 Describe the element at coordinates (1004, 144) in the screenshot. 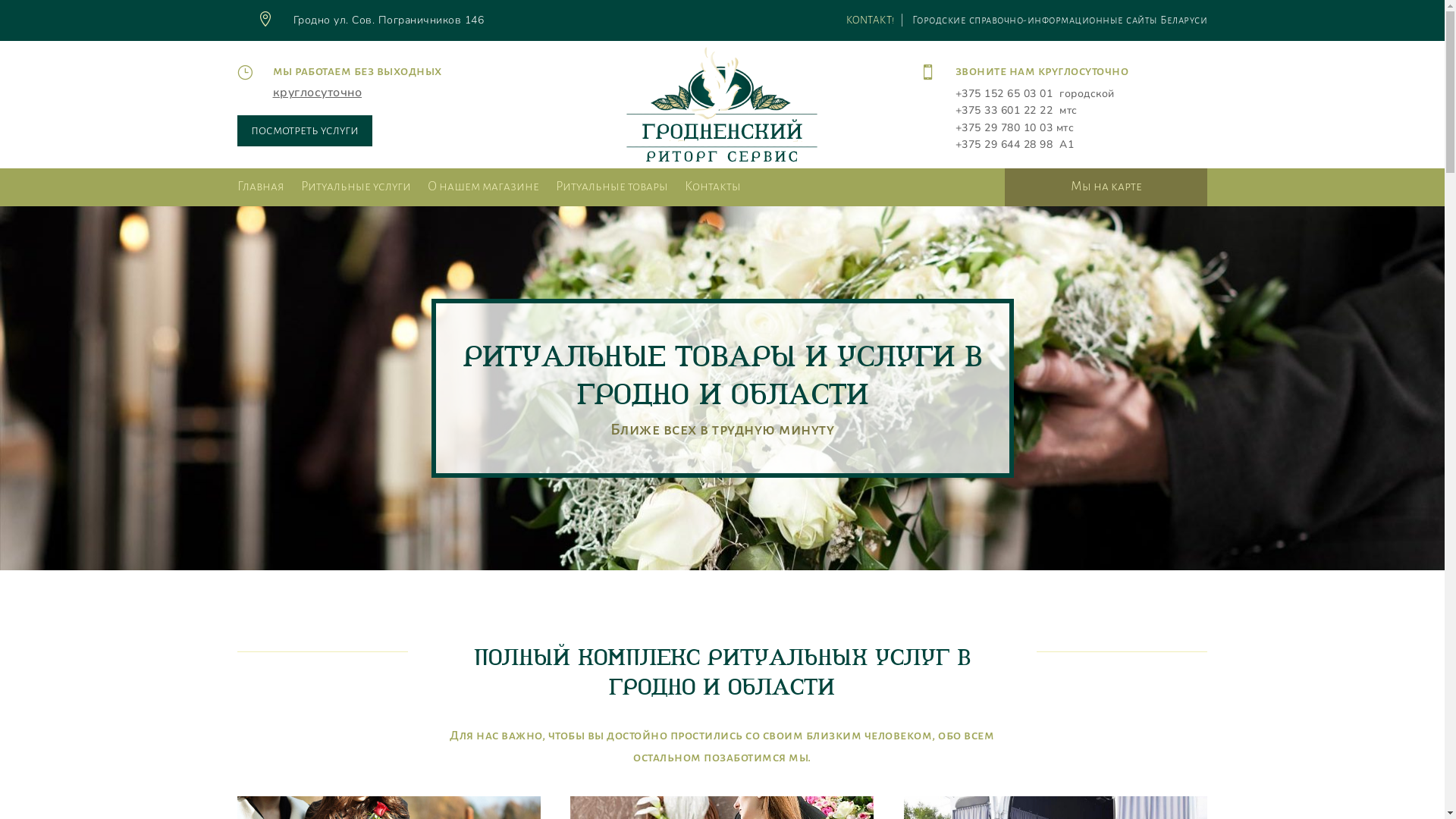

I see `'+375 29 644 28 98'` at that location.